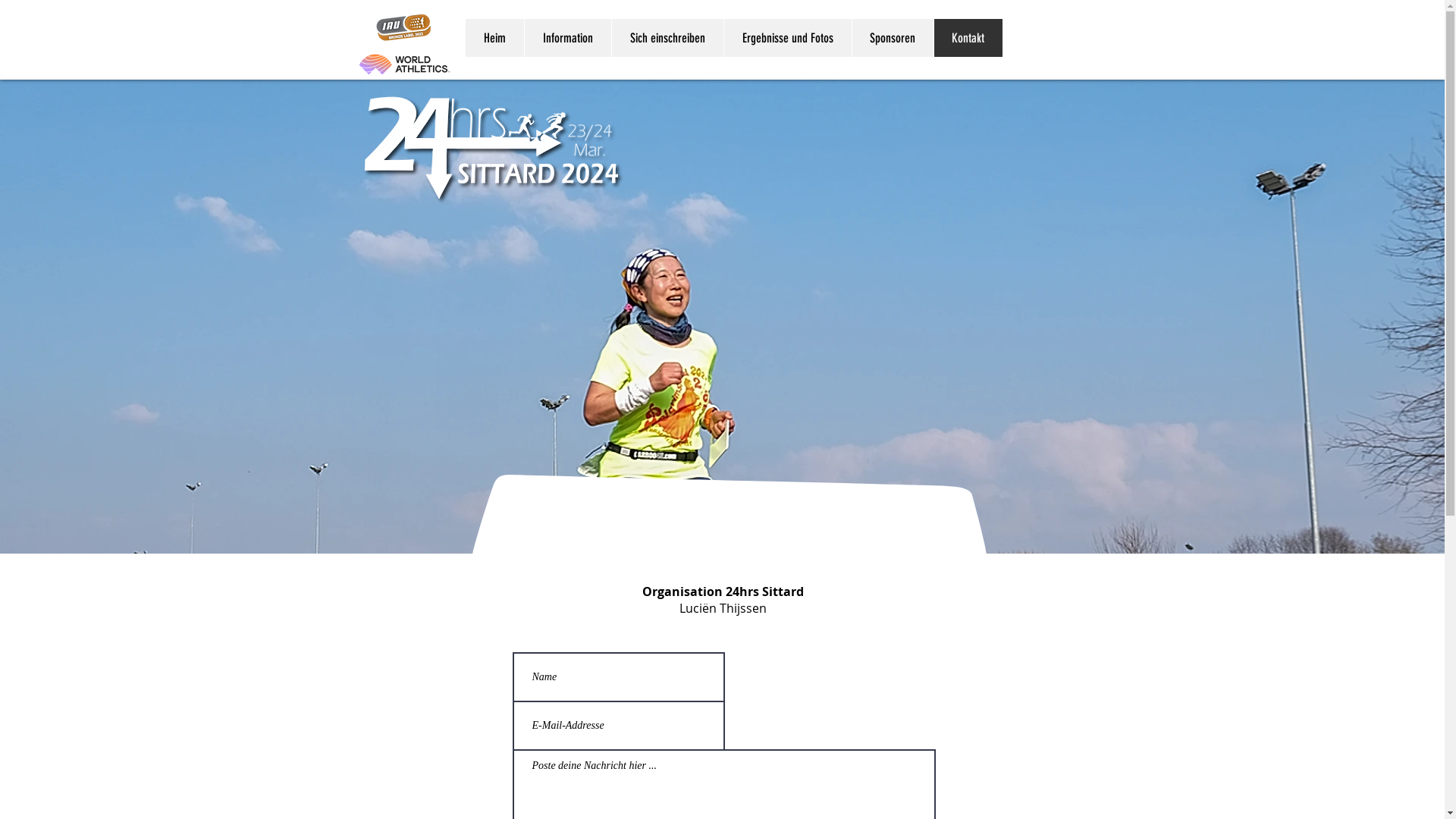  I want to click on 'Heim', so click(494, 37).